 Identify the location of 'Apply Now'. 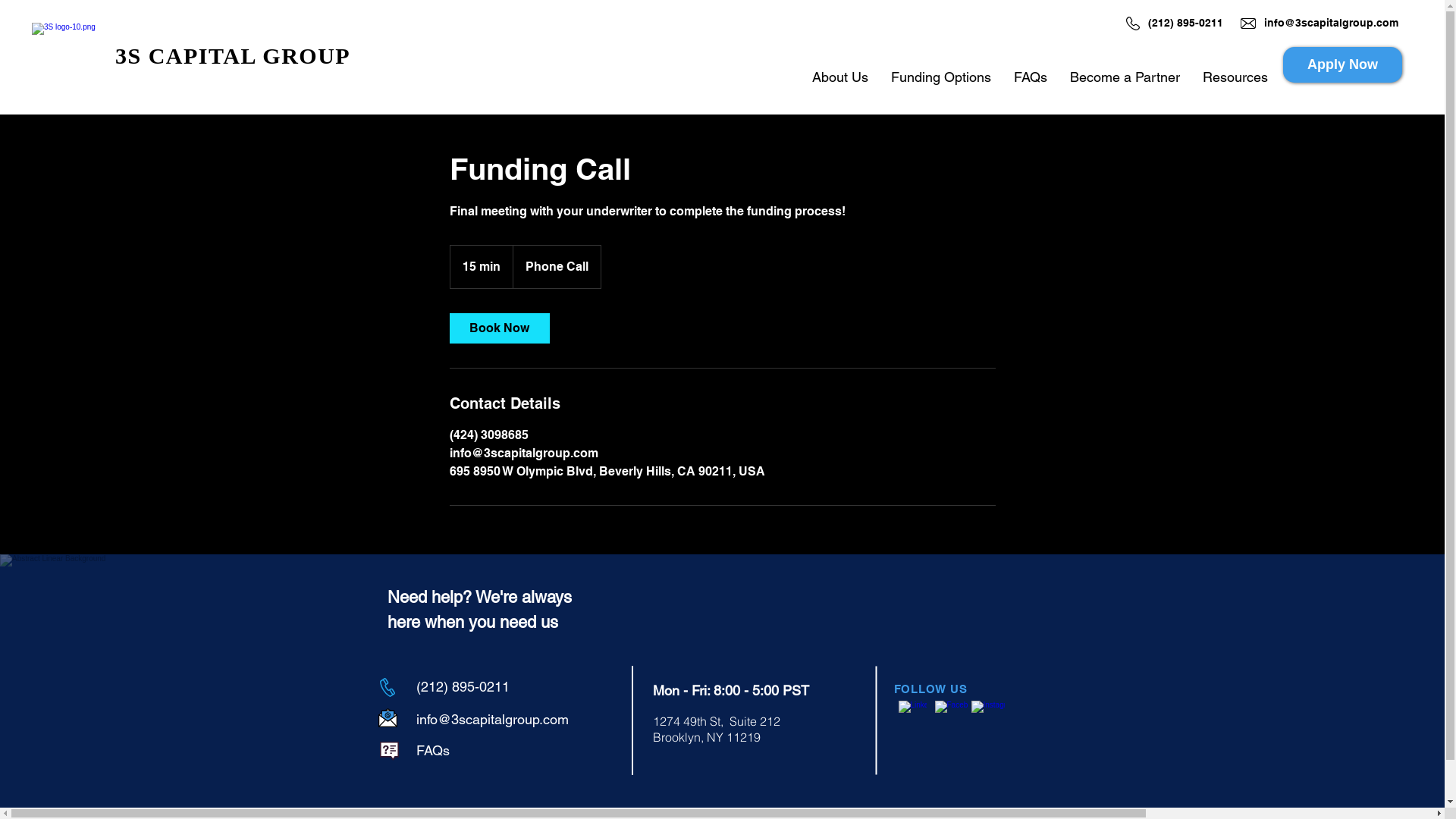
(1342, 64).